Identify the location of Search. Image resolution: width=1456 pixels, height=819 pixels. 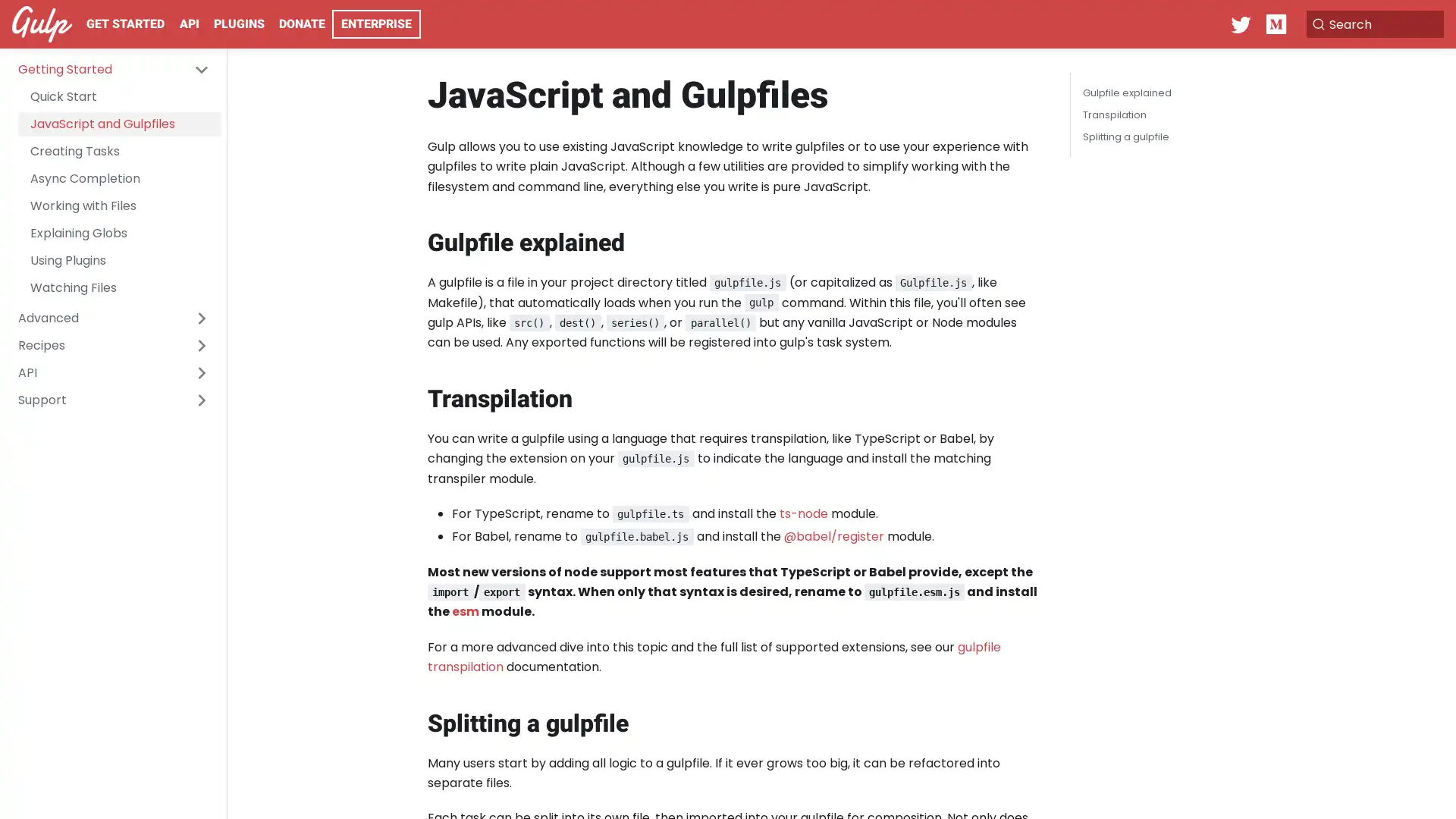
(1368, 24).